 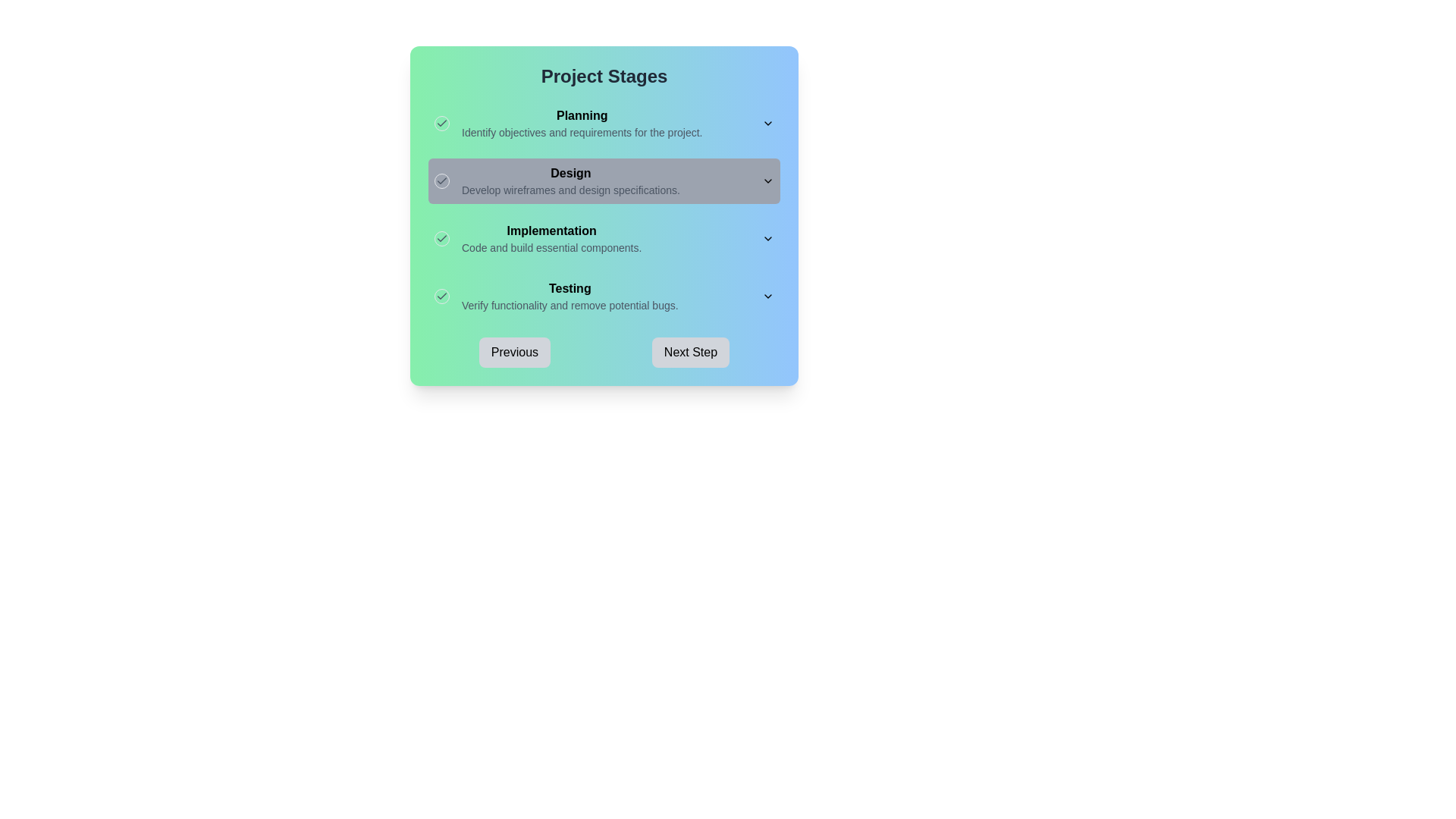 I want to click on the 'Previous' button, which is a rounded rectangular button with a light gray background and bold black text, so click(x=514, y=353).